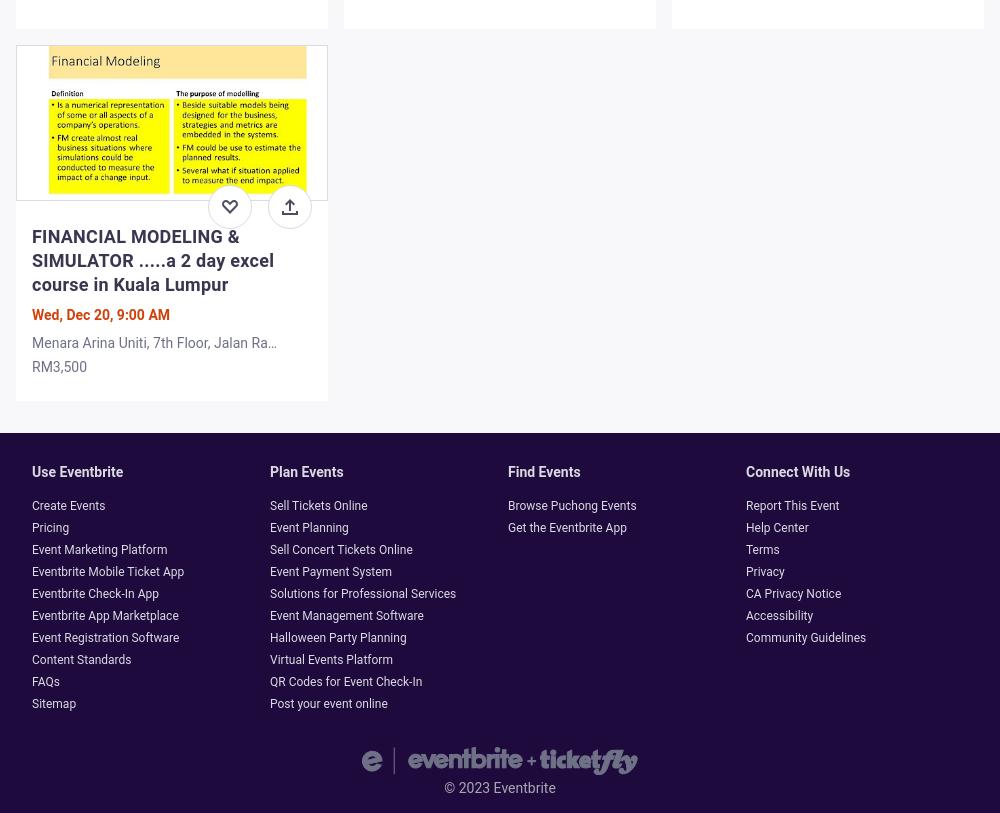  Describe the element at coordinates (270, 472) in the screenshot. I see `'Plan events'` at that location.